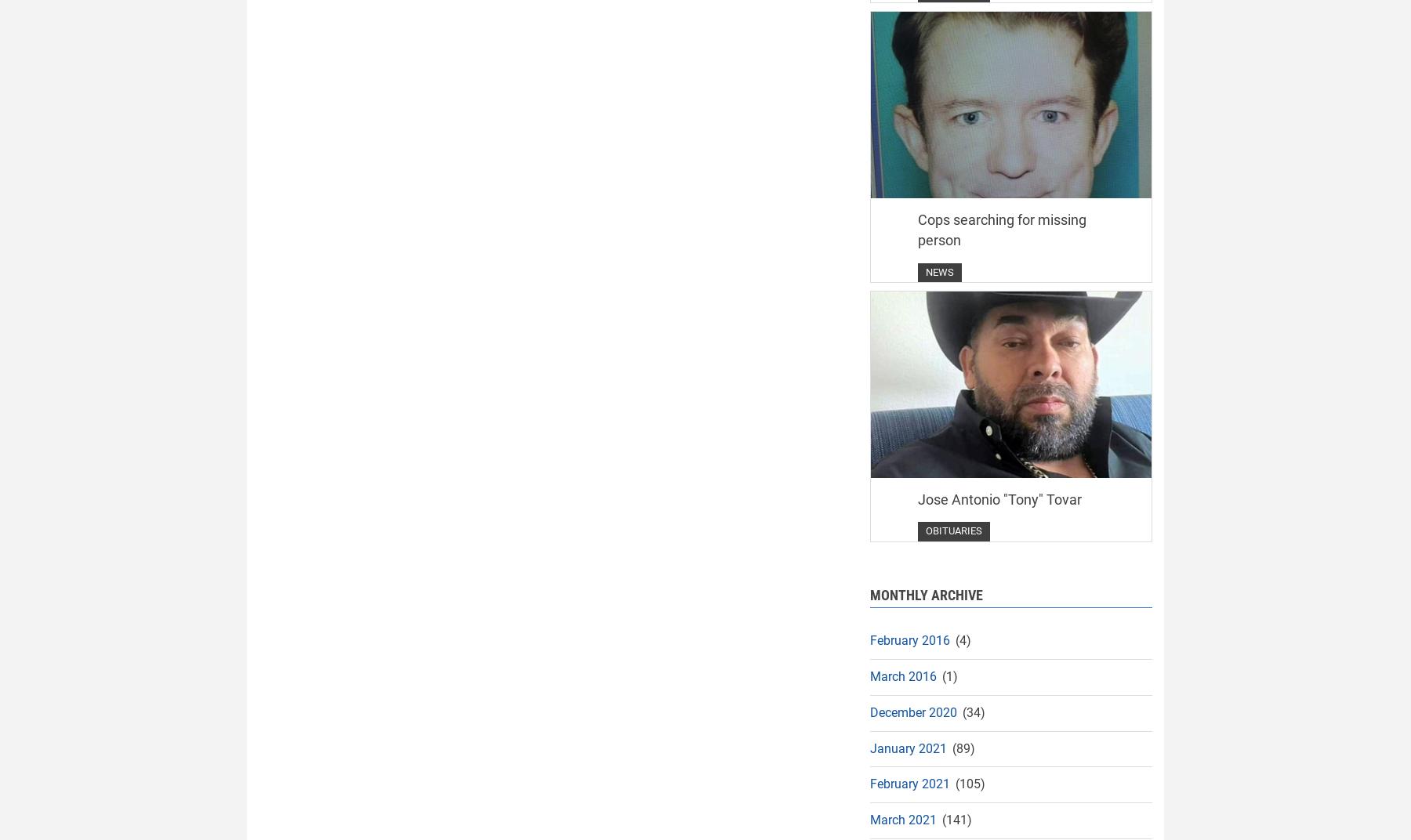 The image size is (1411, 840). I want to click on 'March 2016', so click(902, 675).